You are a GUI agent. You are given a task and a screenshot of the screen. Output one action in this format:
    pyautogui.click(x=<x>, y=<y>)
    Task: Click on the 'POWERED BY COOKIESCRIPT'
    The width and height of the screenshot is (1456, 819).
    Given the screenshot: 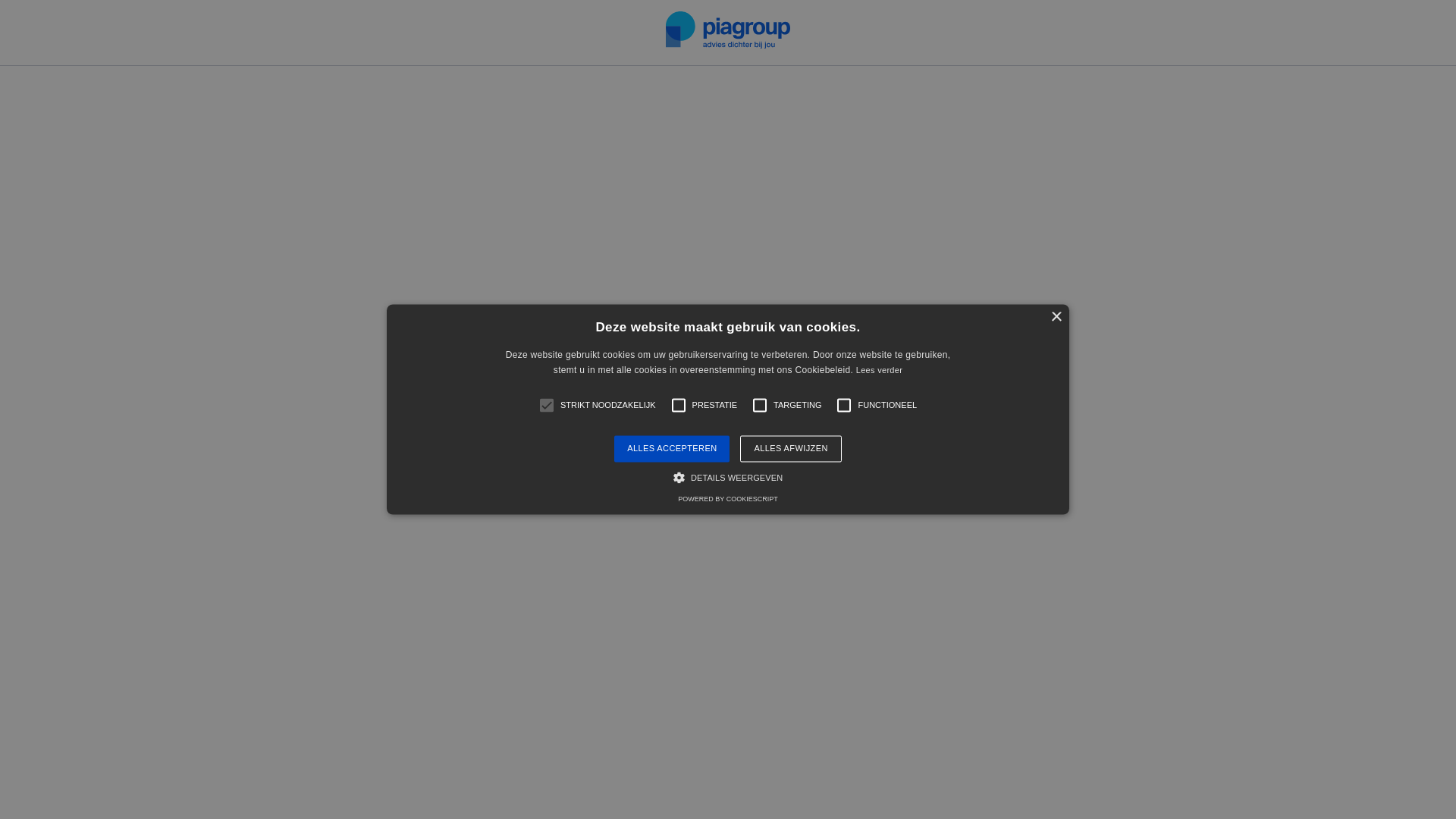 What is the action you would take?
    pyautogui.click(x=726, y=500)
    